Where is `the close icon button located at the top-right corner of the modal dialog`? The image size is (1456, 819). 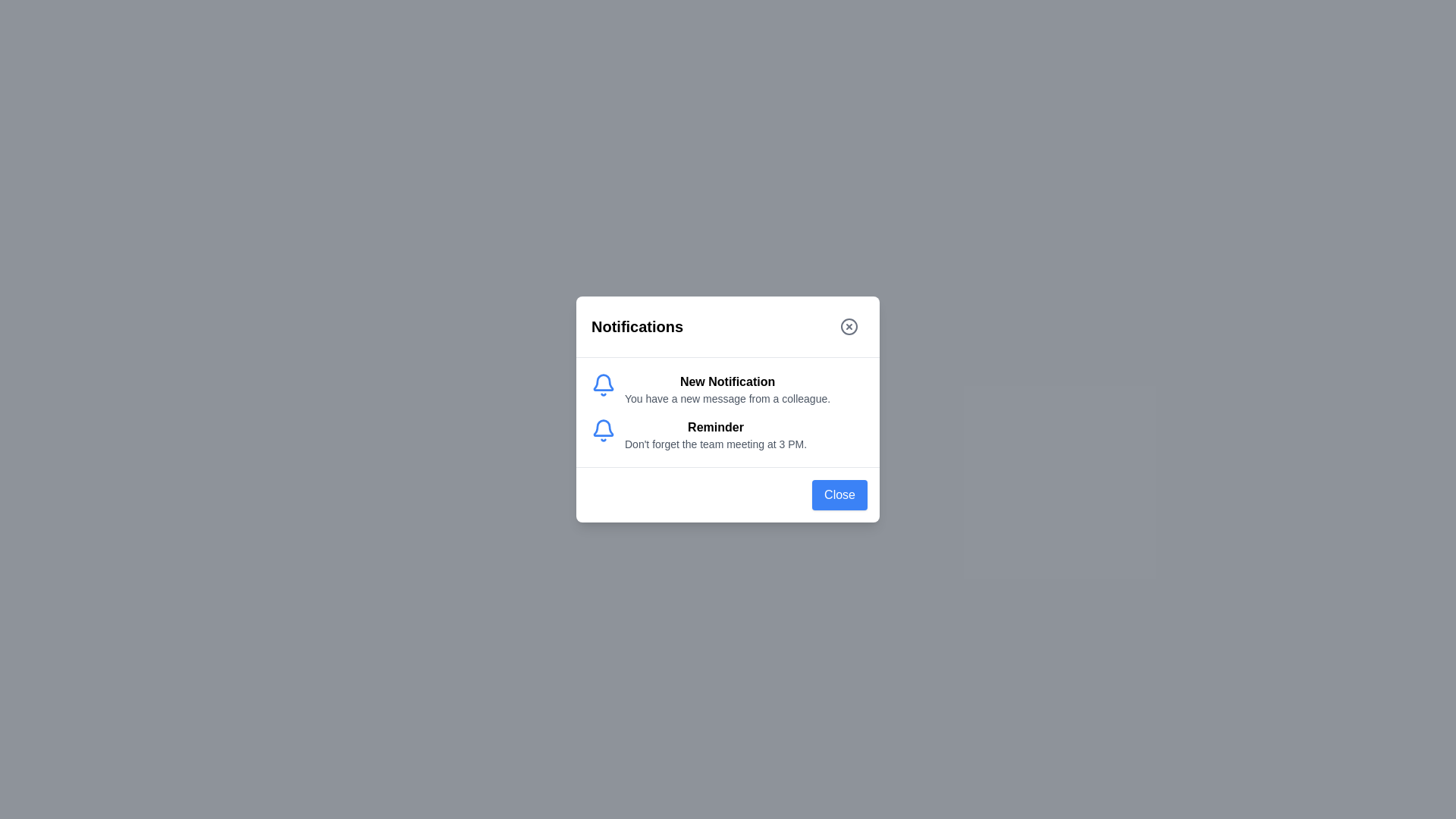
the close icon button located at the top-right corner of the modal dialog is located at coordinates (848, 326).